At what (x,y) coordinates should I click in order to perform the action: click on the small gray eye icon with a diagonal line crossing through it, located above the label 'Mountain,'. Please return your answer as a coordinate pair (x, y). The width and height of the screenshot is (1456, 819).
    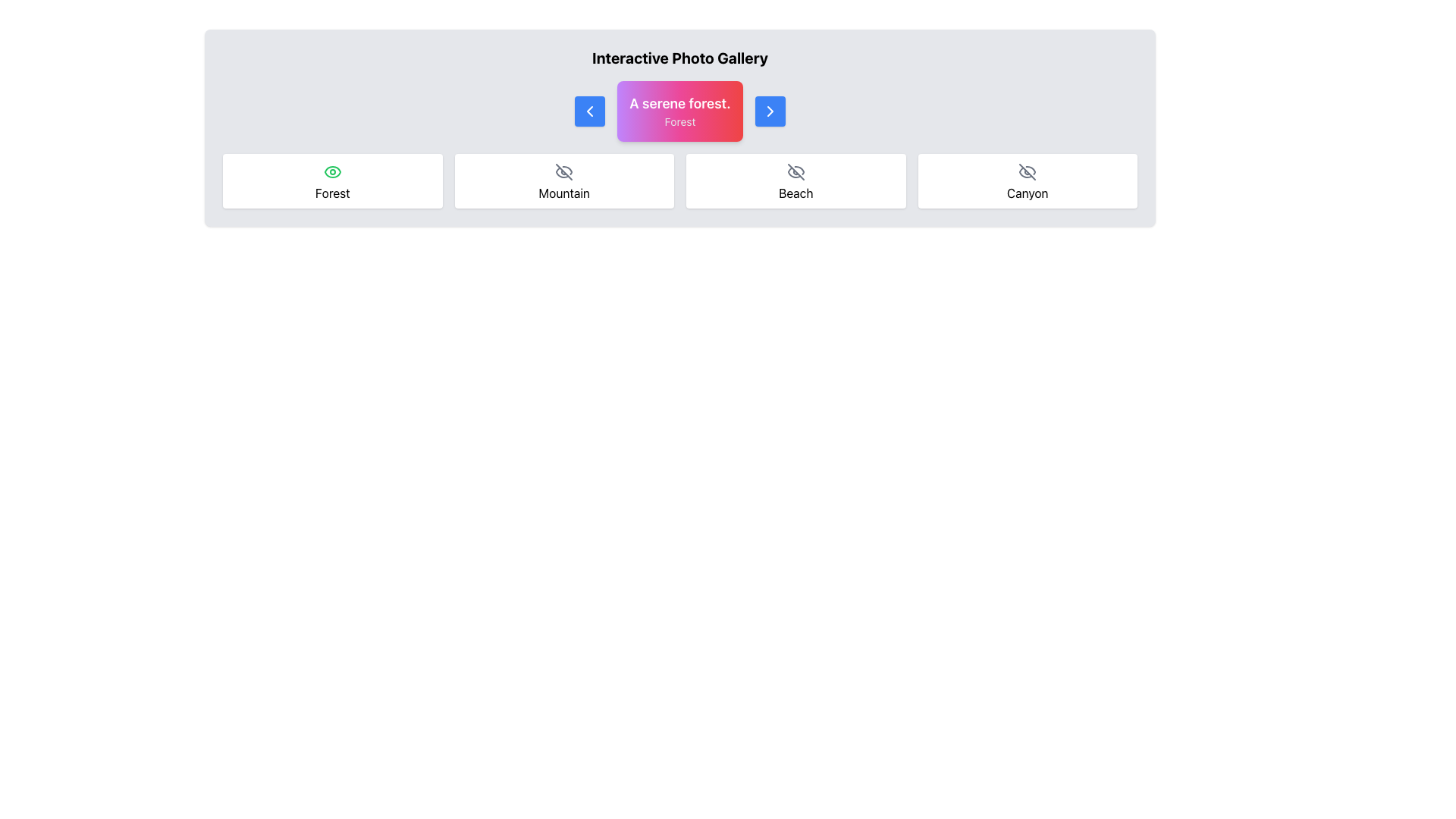
    Looking at the image, I should click on (563, 171).